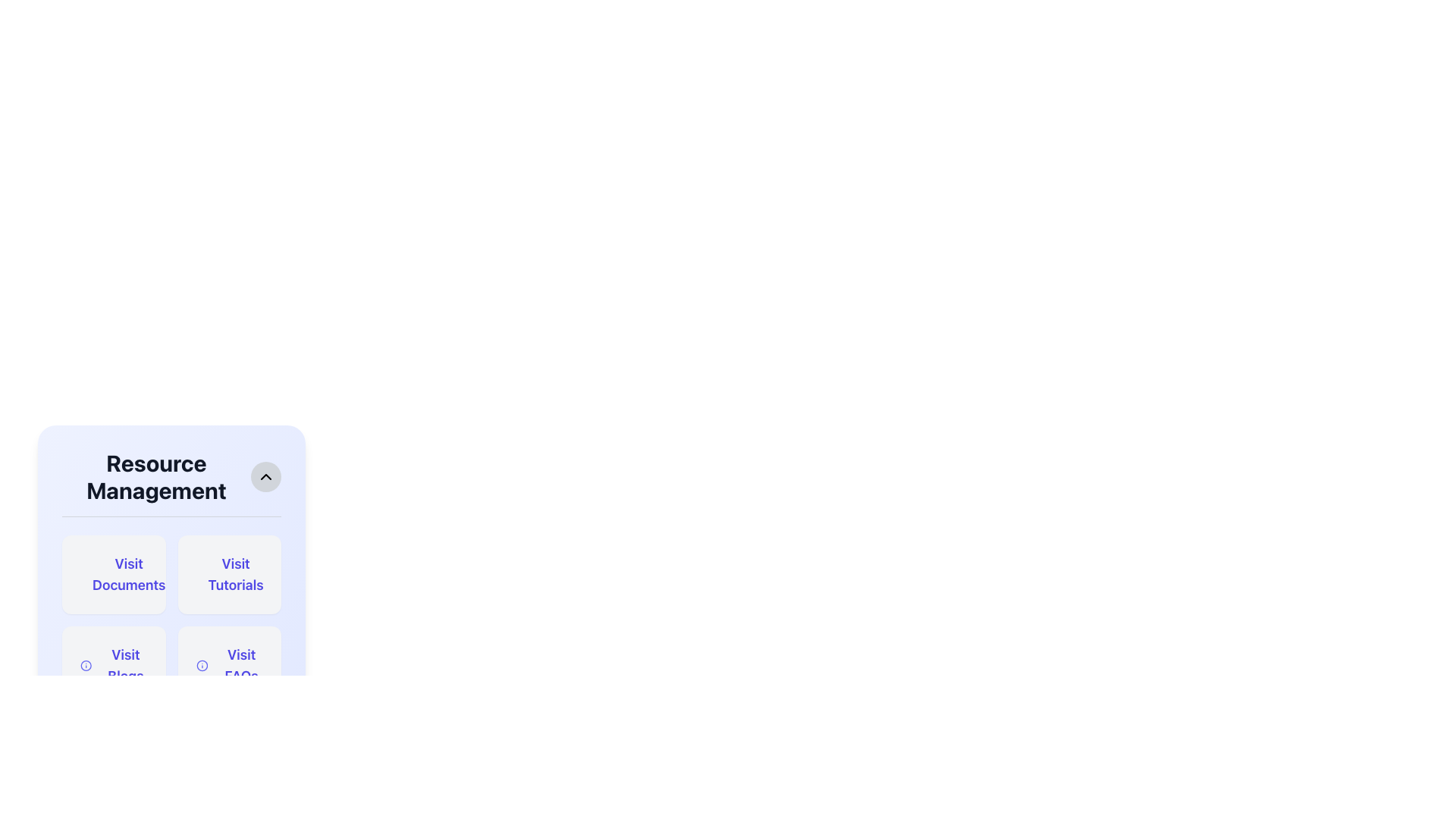  I want to click on the circular button with a light gray background and a black chevron icon pointing upwards, located next to the text 'Resource Management', so click(265, 475).